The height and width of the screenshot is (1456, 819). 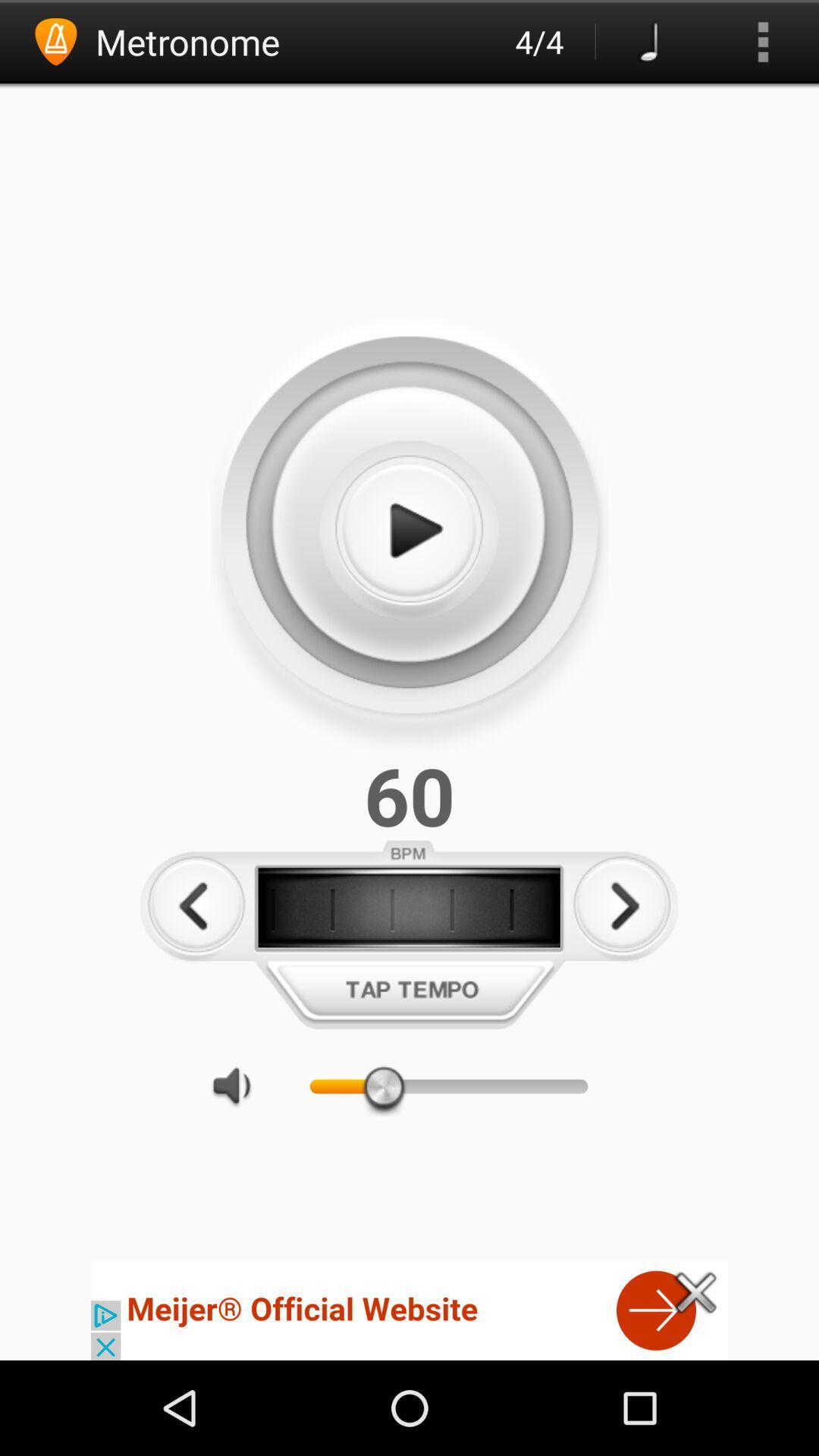 I want to click on play, so click(x=408, y=531).